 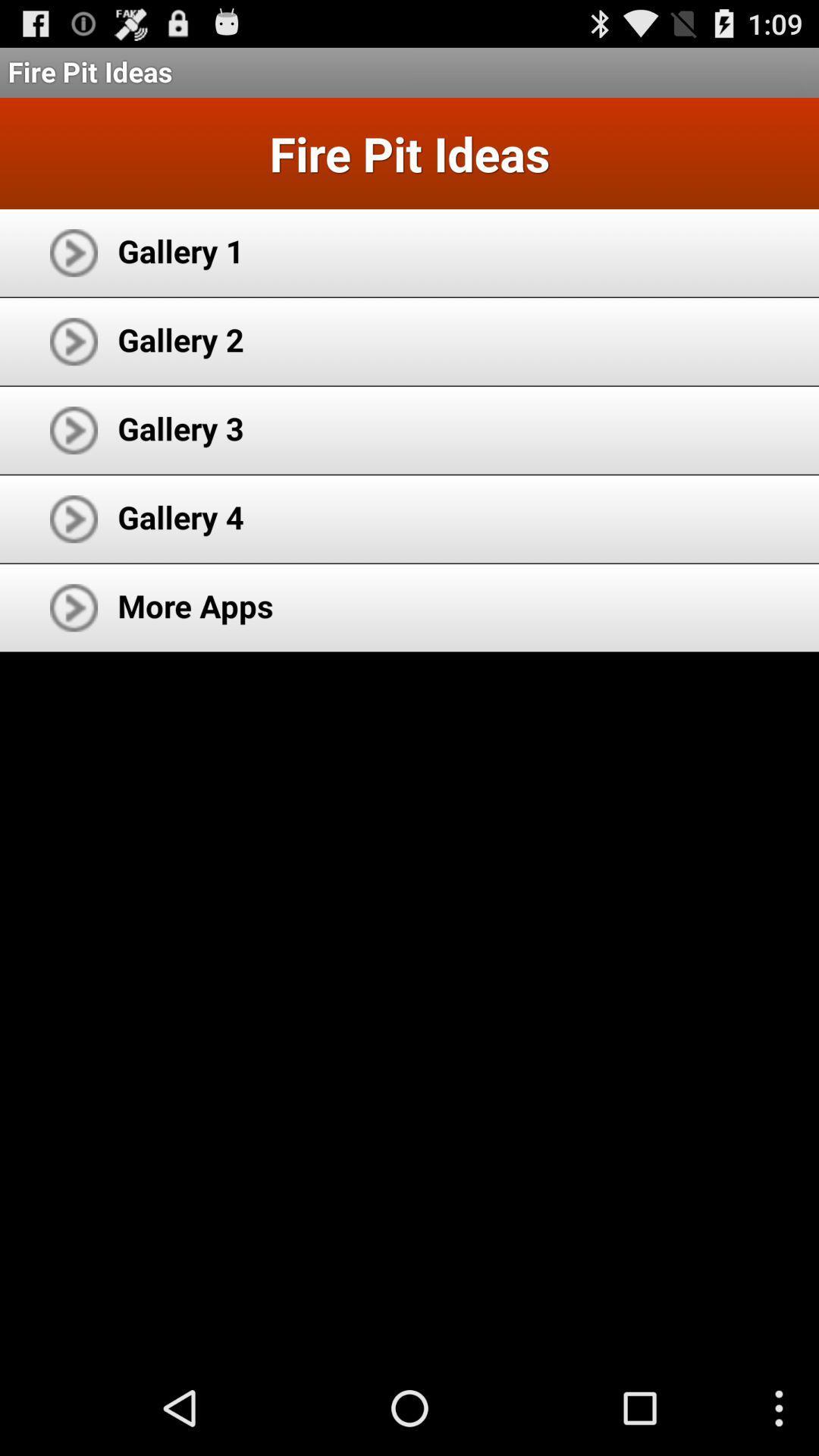 What do you see at coordinates (180, 338) in the screenshot?
I see `gallery 2` at bounding box center [180, 338].